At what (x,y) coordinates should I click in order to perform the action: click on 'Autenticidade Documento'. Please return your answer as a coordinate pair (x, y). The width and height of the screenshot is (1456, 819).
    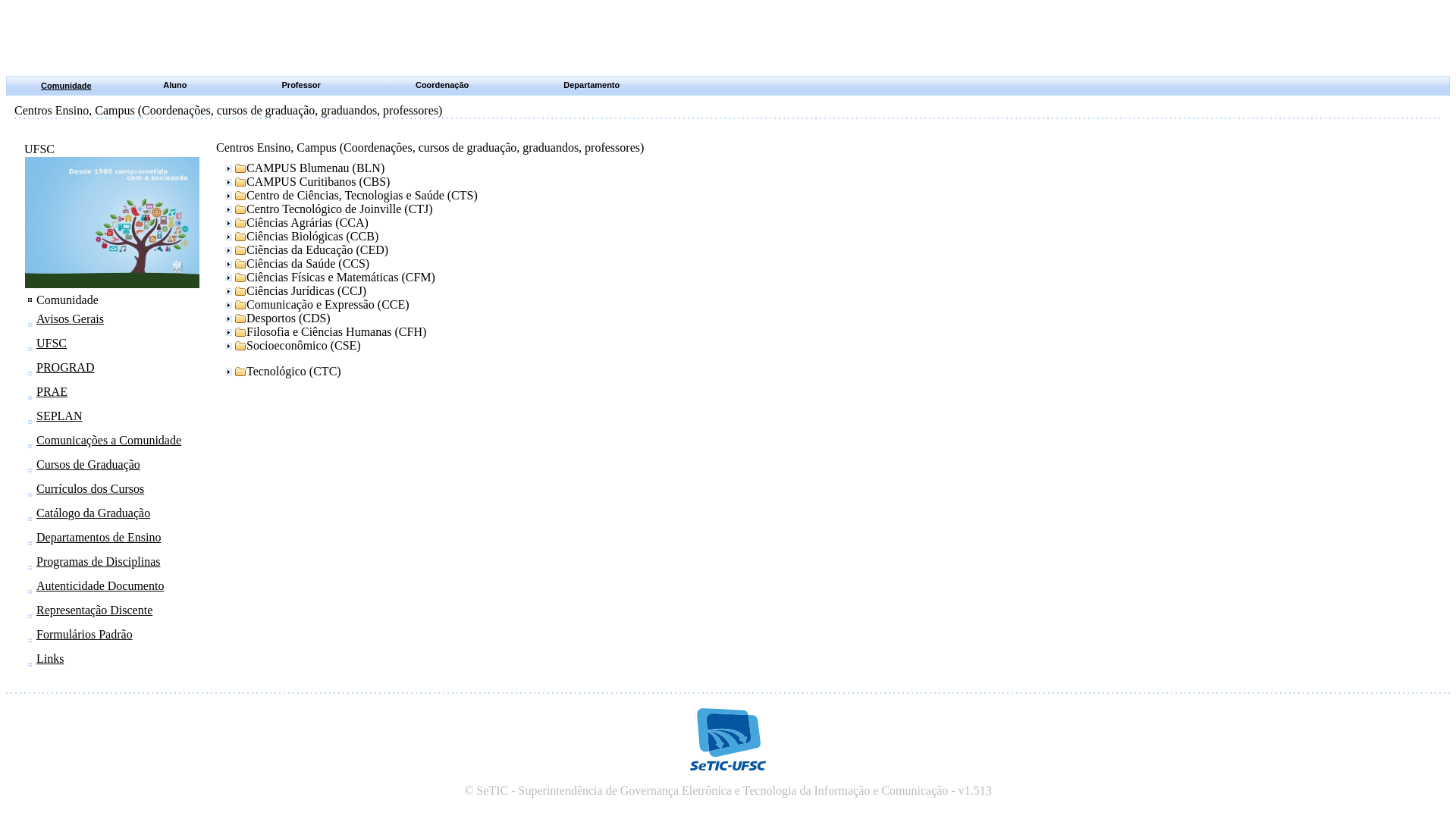
    Looking at the image, I should click on (36, 585).